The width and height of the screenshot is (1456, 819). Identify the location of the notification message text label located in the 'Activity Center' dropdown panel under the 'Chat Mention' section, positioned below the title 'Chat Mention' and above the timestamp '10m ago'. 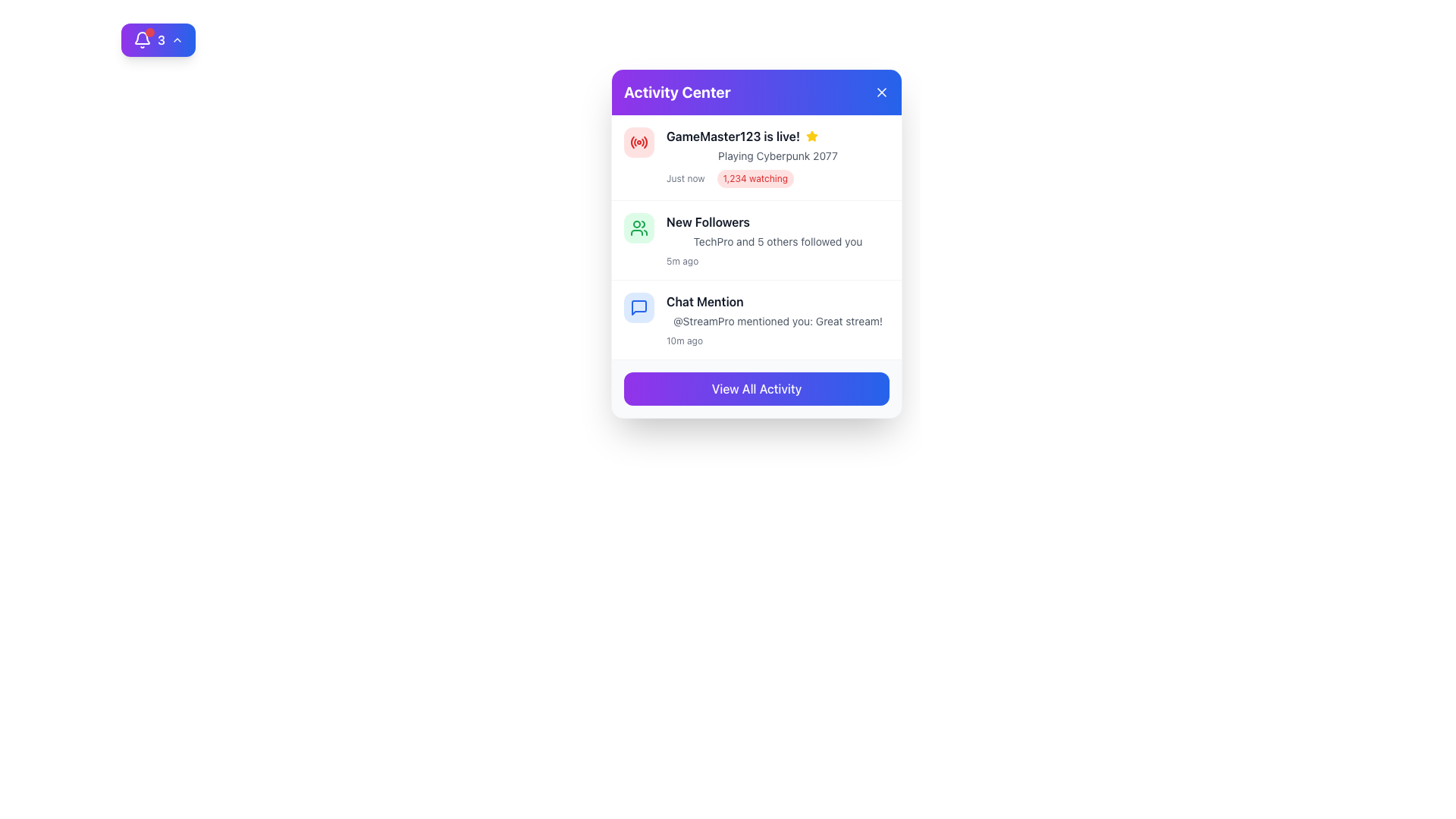
(778, 321).